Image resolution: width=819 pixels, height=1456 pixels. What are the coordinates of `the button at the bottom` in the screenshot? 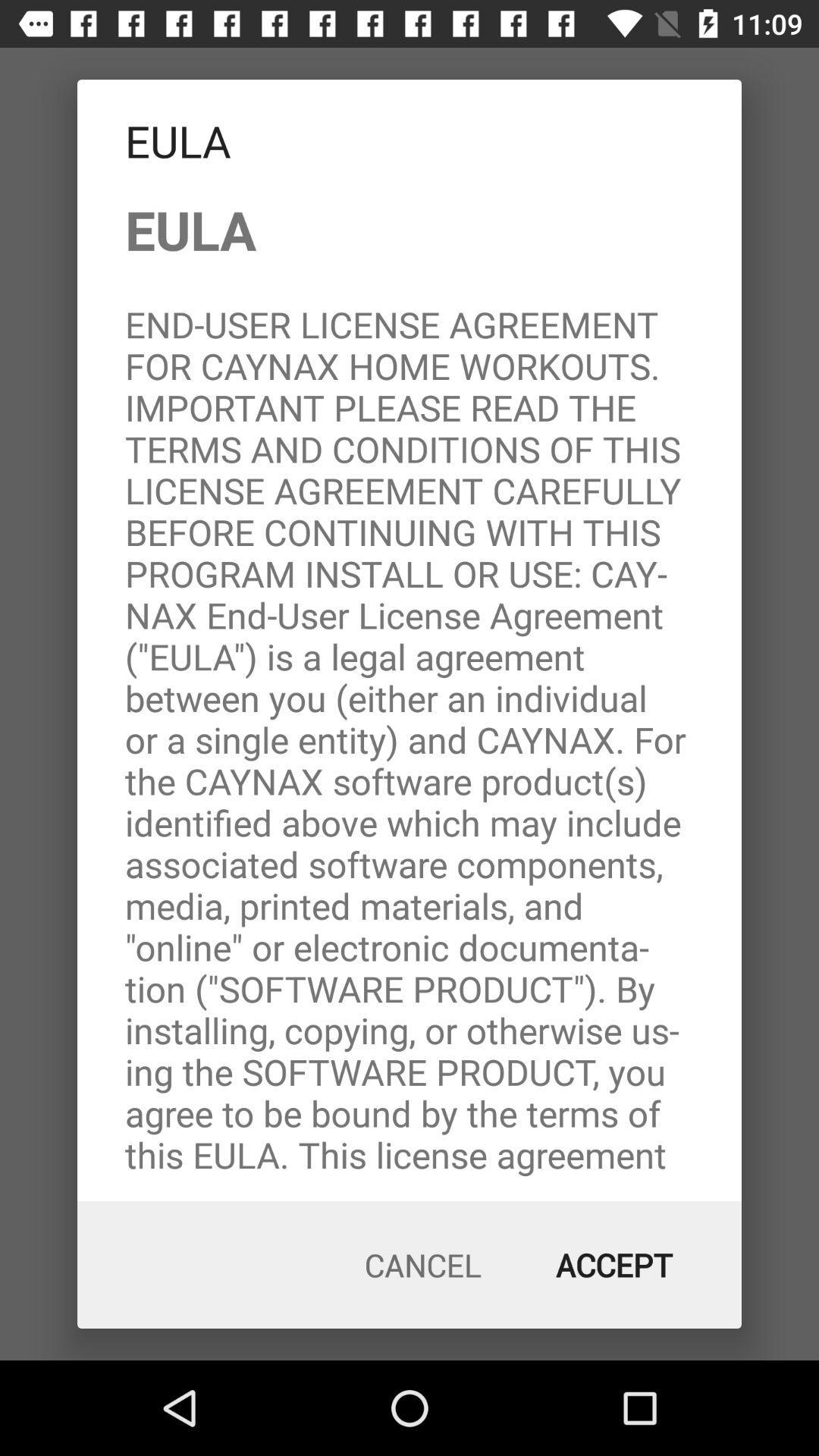 It's located at (423, 1265).